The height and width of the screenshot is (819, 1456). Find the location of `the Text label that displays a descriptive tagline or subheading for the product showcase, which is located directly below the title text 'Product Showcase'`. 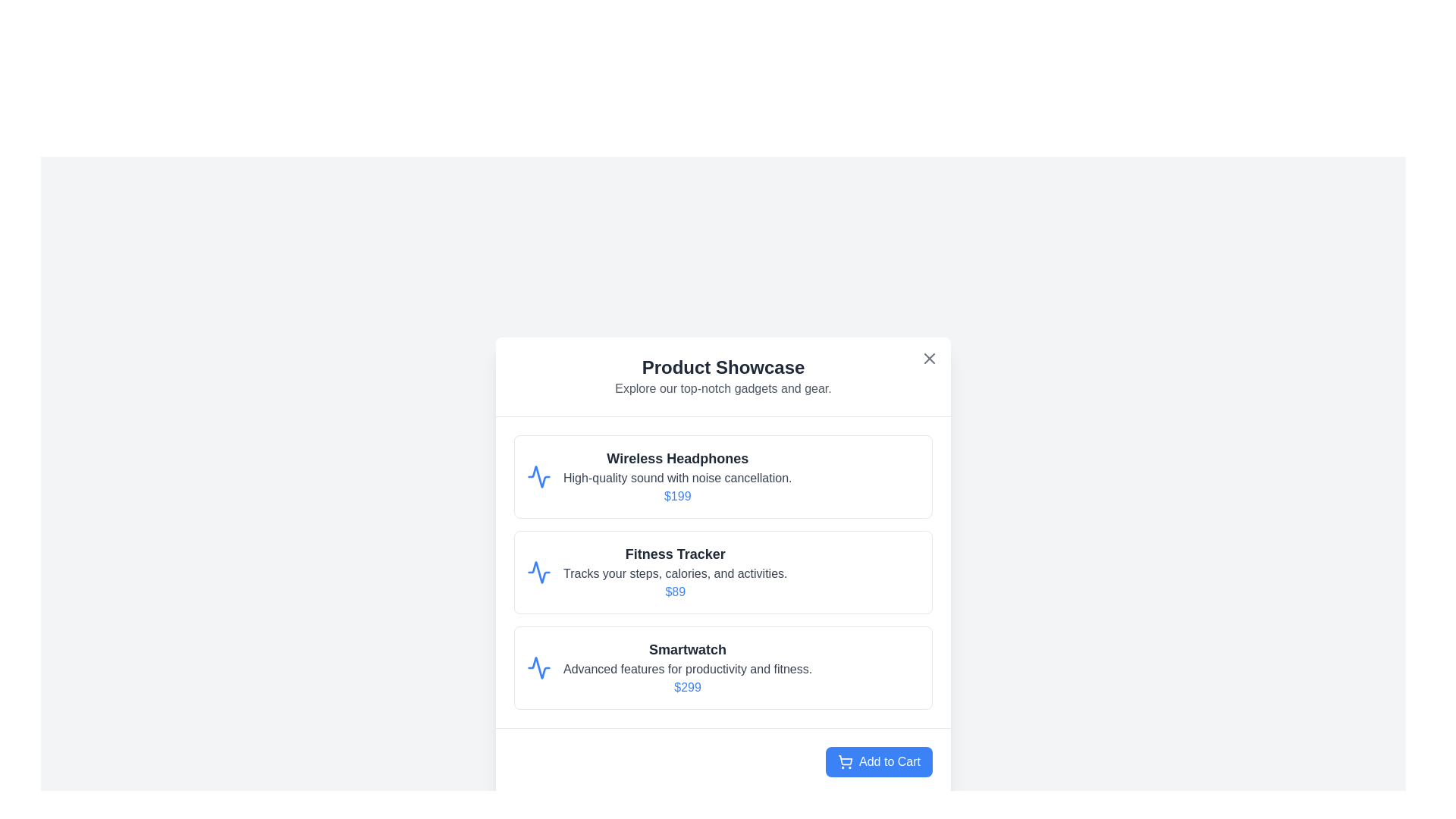

the Text label that displays a descriptive tagline or subheading for the product showcase, which is located directly below the title text 'Product Showcase' is located at coordinates (723, 388).